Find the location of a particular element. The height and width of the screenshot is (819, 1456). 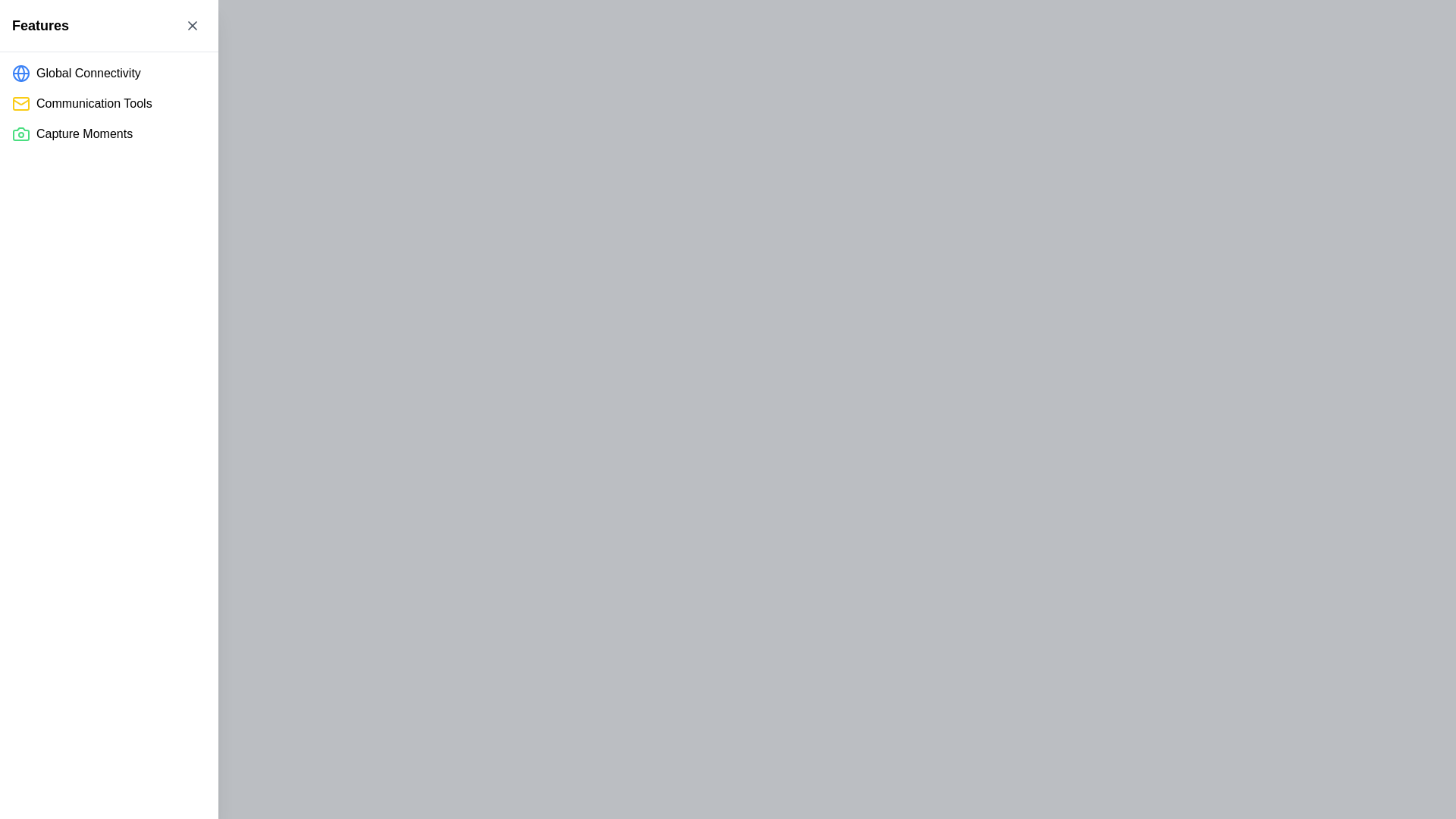

the close icon button resembling an 'X' located in the top-right corner of the sidebar above the 'Features' title is located at coordinates (192, 26).